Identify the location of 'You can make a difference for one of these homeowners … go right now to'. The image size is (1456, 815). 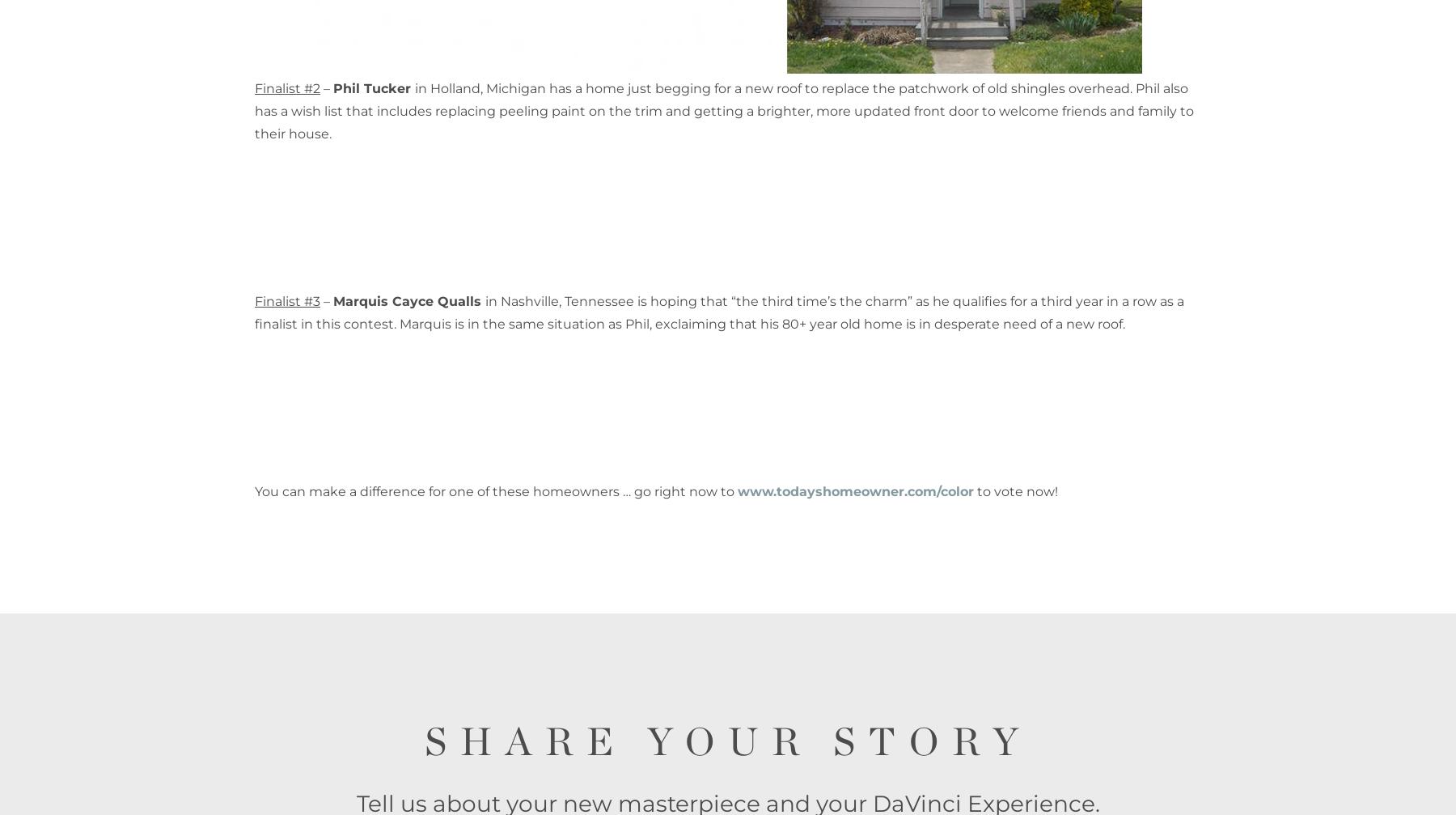
(496, 490).